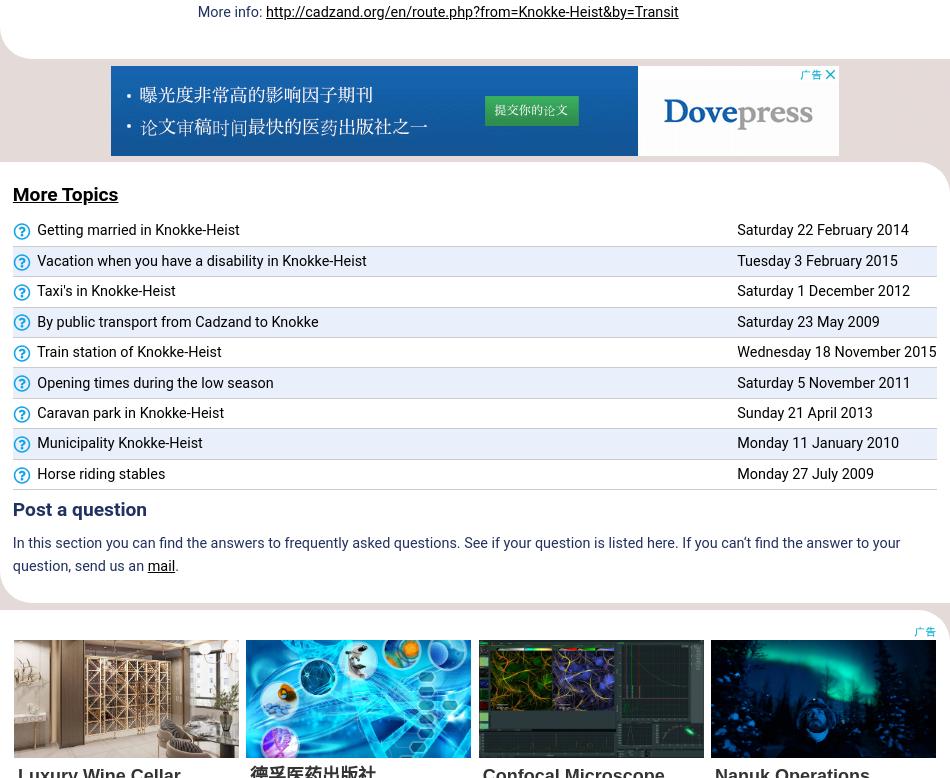 This screenshot has height=778, width=950. I want to click on 'Taxi's in Knokke-Heist', so click(32, 291).